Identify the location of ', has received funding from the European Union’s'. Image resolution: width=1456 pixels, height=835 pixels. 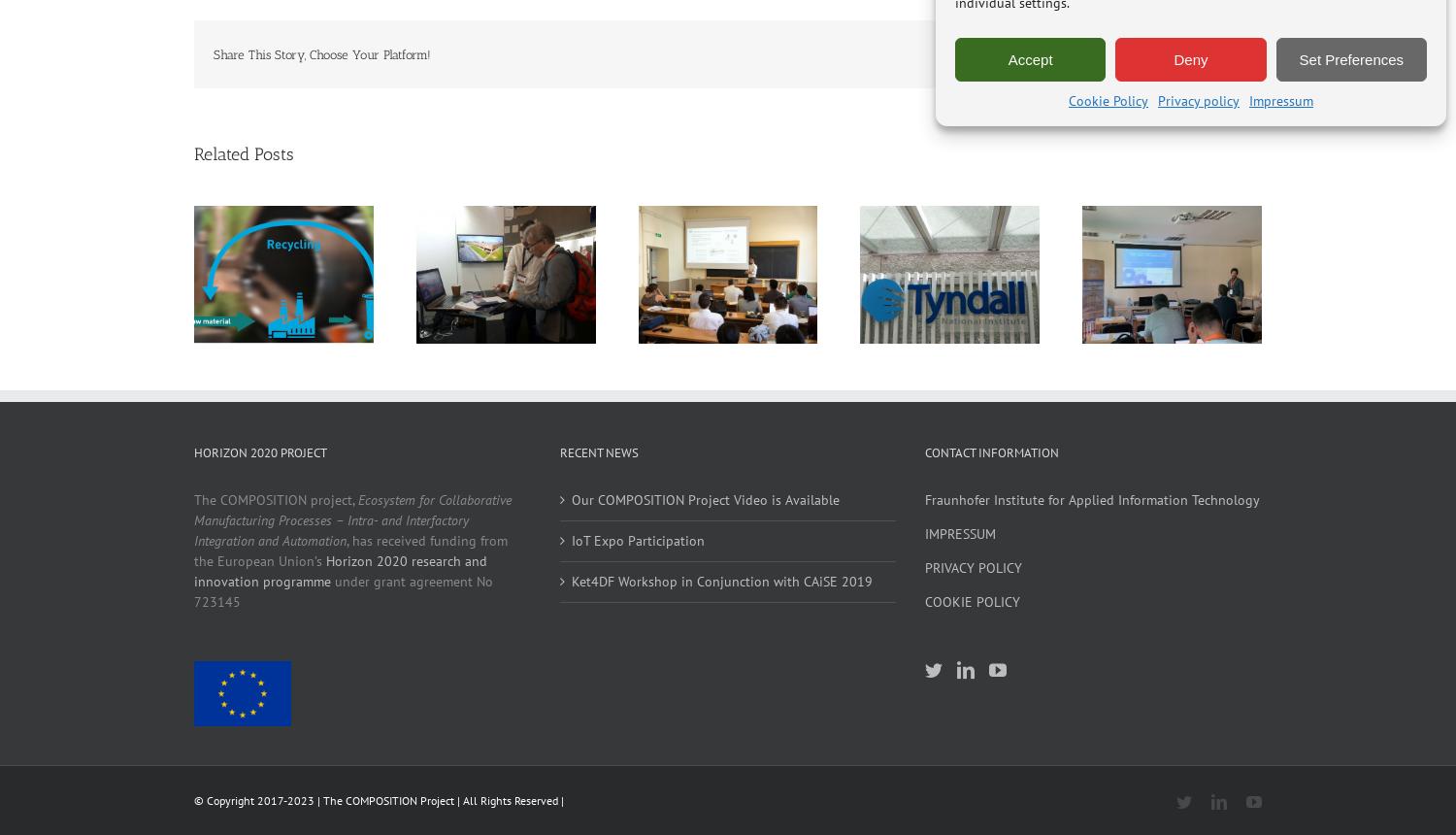
(349, 550).